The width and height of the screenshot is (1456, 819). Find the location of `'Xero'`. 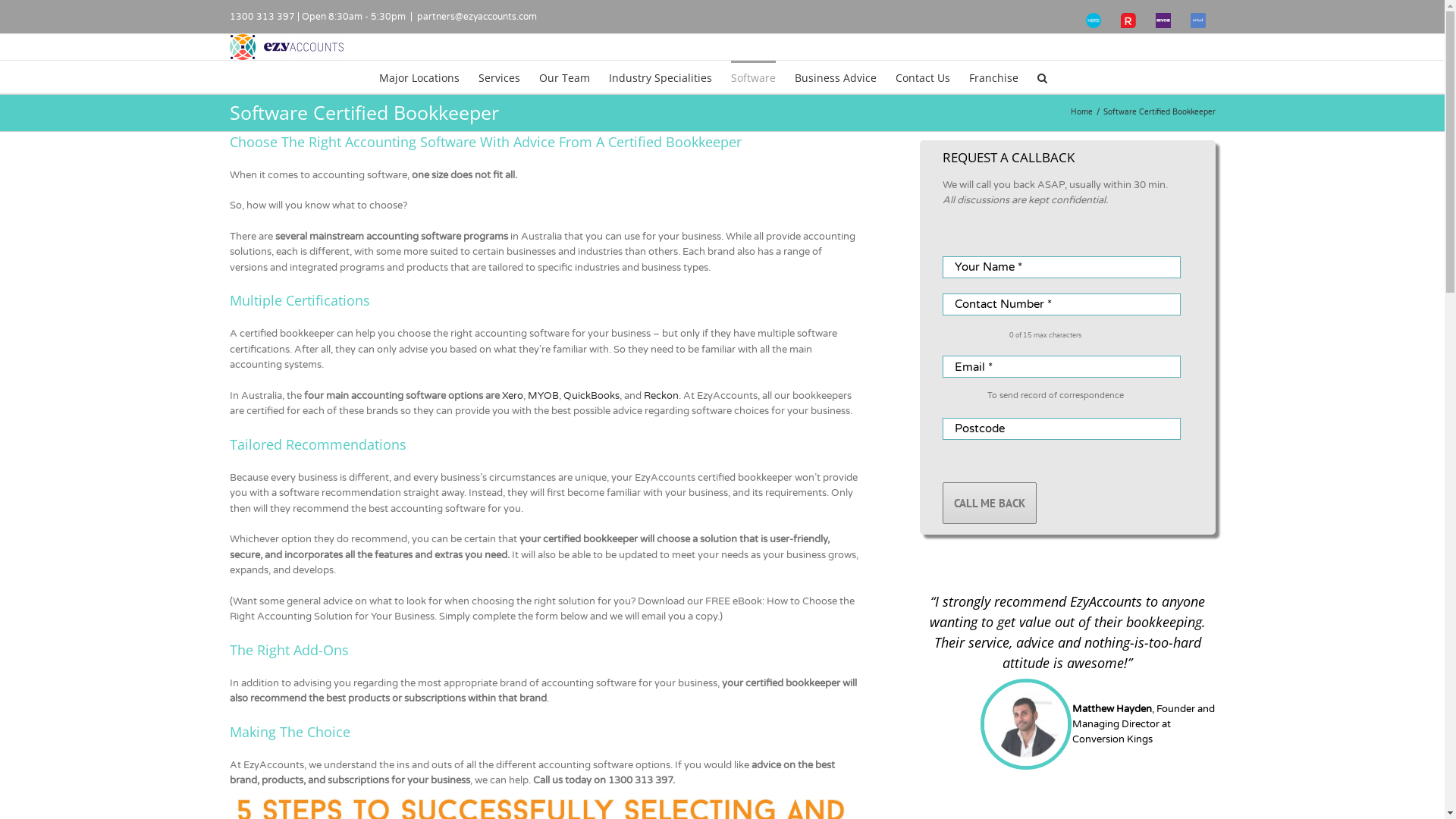

'Xero' is located at coordinates (513, 394).